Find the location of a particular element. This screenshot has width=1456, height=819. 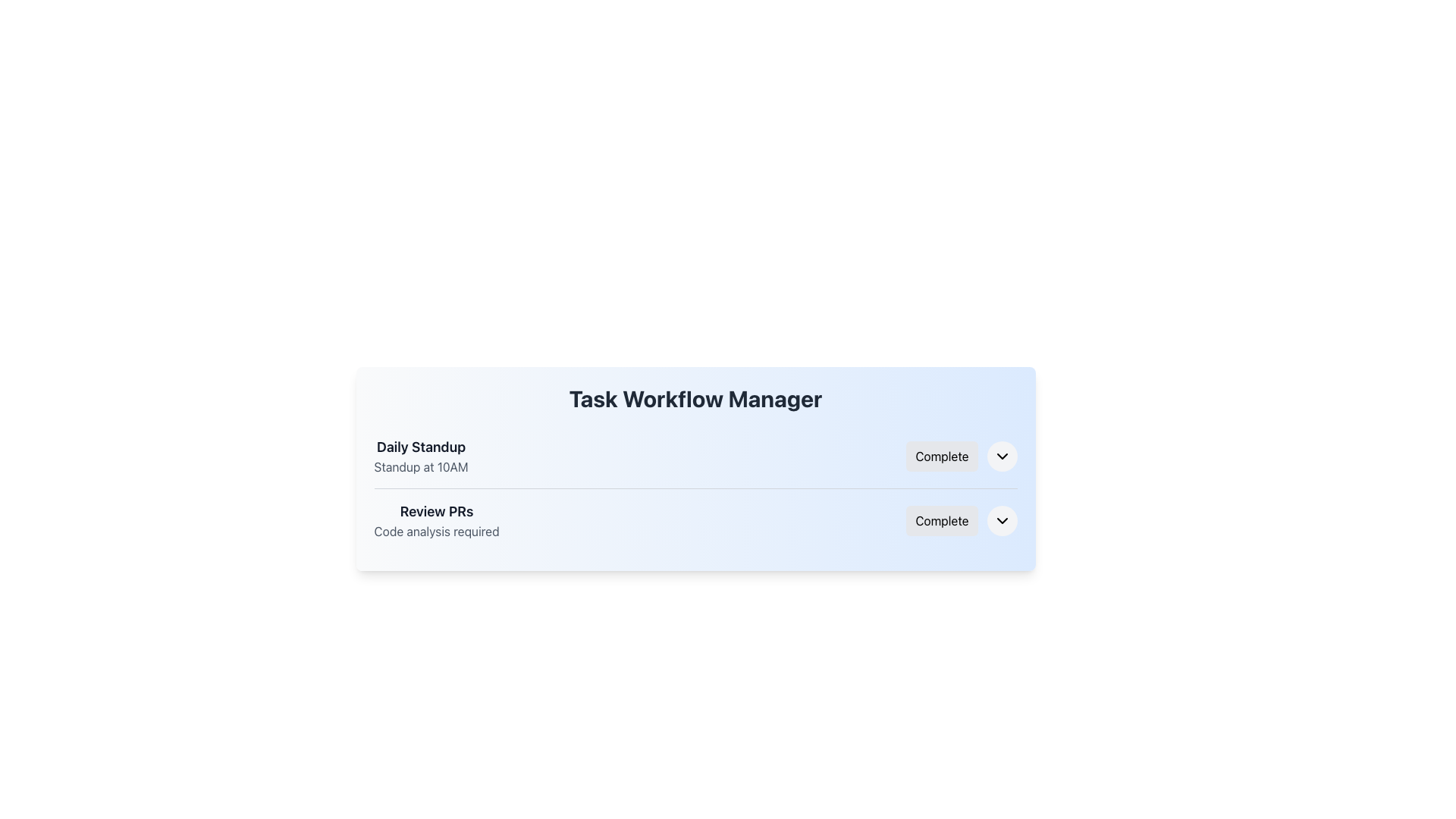

the 'Complete' button, which is a rectangular button with rounded corners and a light gray background, located in the bottom task item labeled 'Review PRs - Code analysis required' is located at coordinates (941, 519).